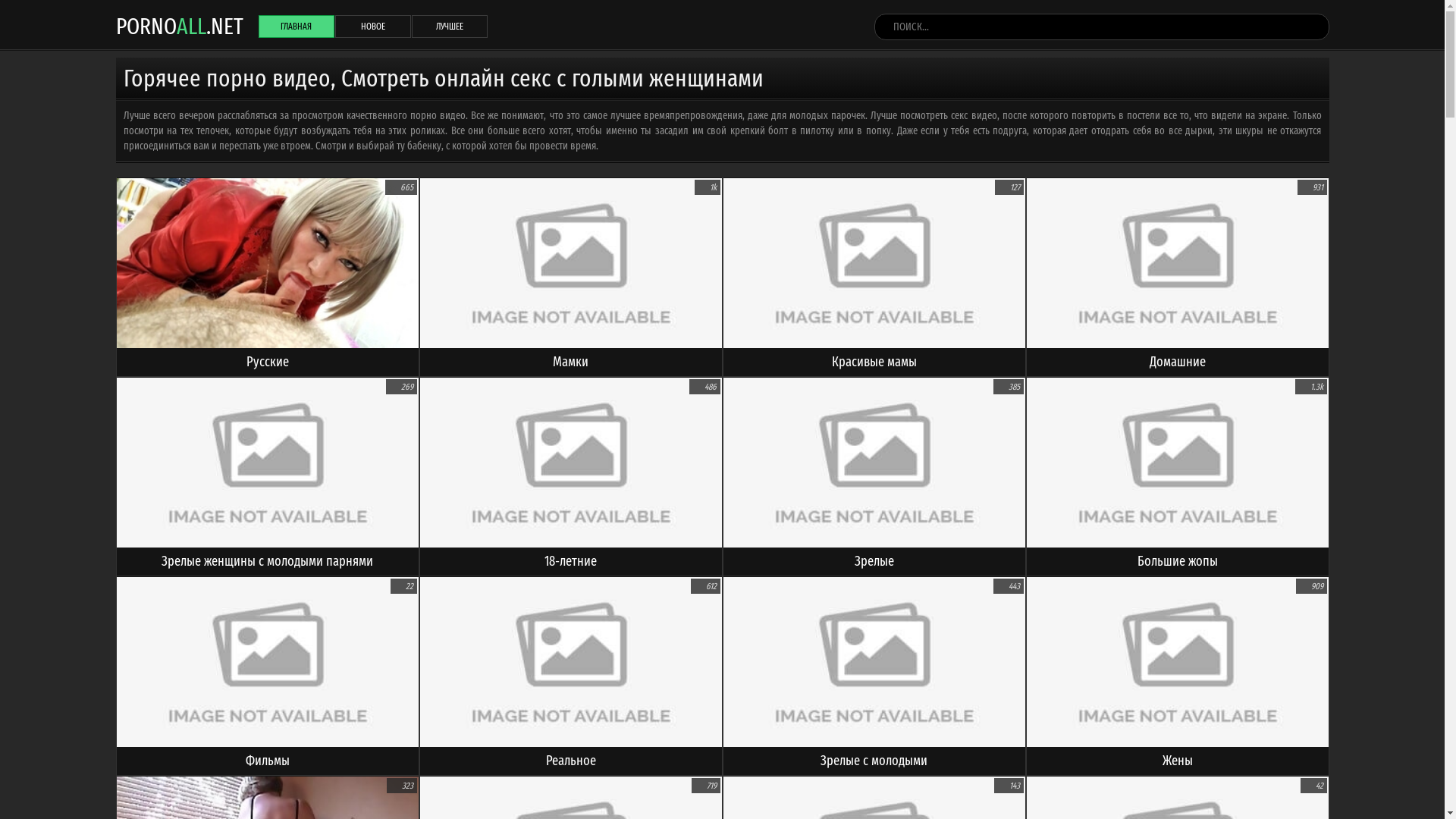 Image resolution: width=1456 pixels, height=819 pixels. Describe the element at coordinates (115, 26) in the screenshot. I see `'PORNOALL.NET'` at that location.